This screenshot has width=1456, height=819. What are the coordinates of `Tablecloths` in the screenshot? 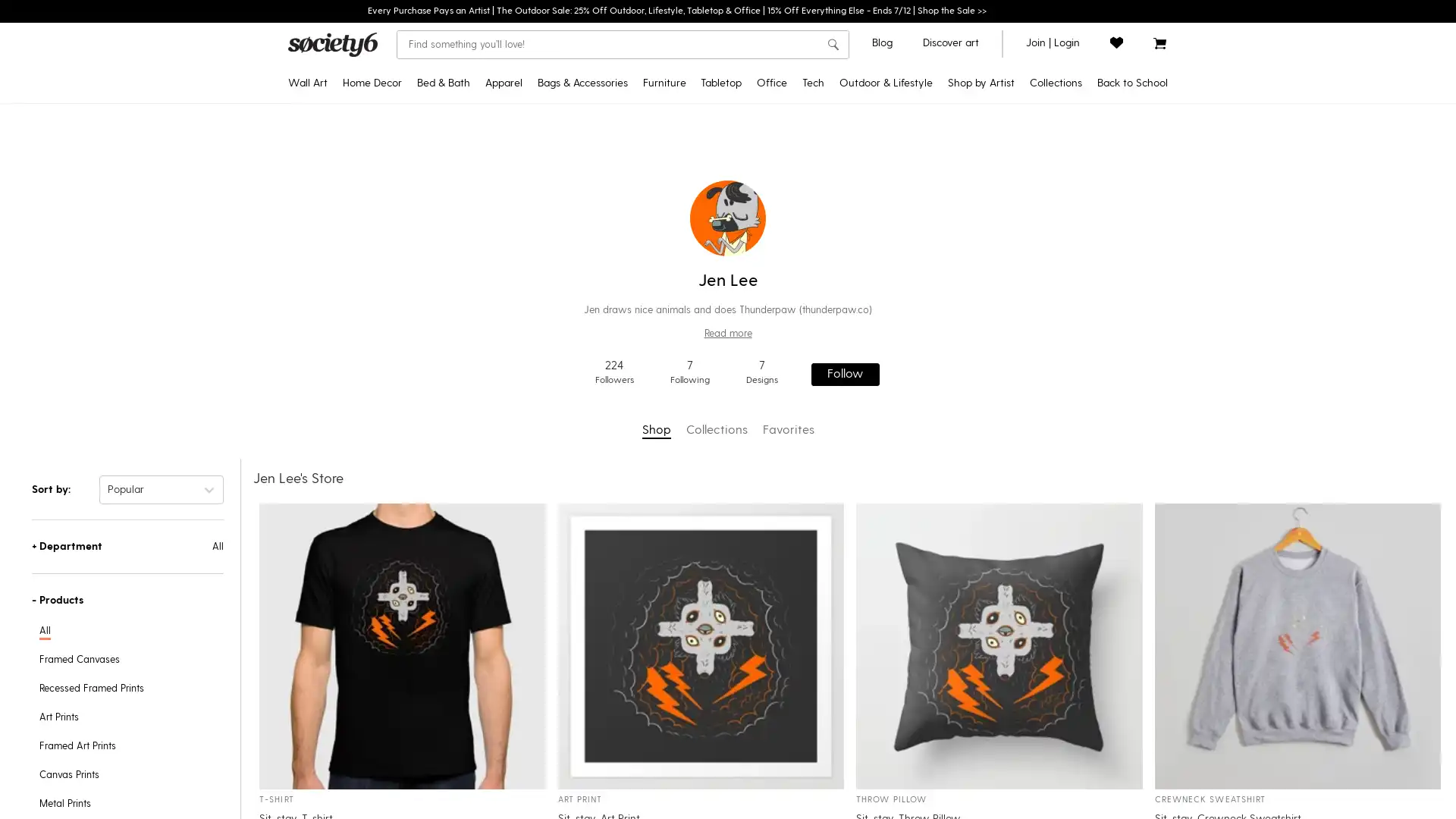 It's located at (749, 170).